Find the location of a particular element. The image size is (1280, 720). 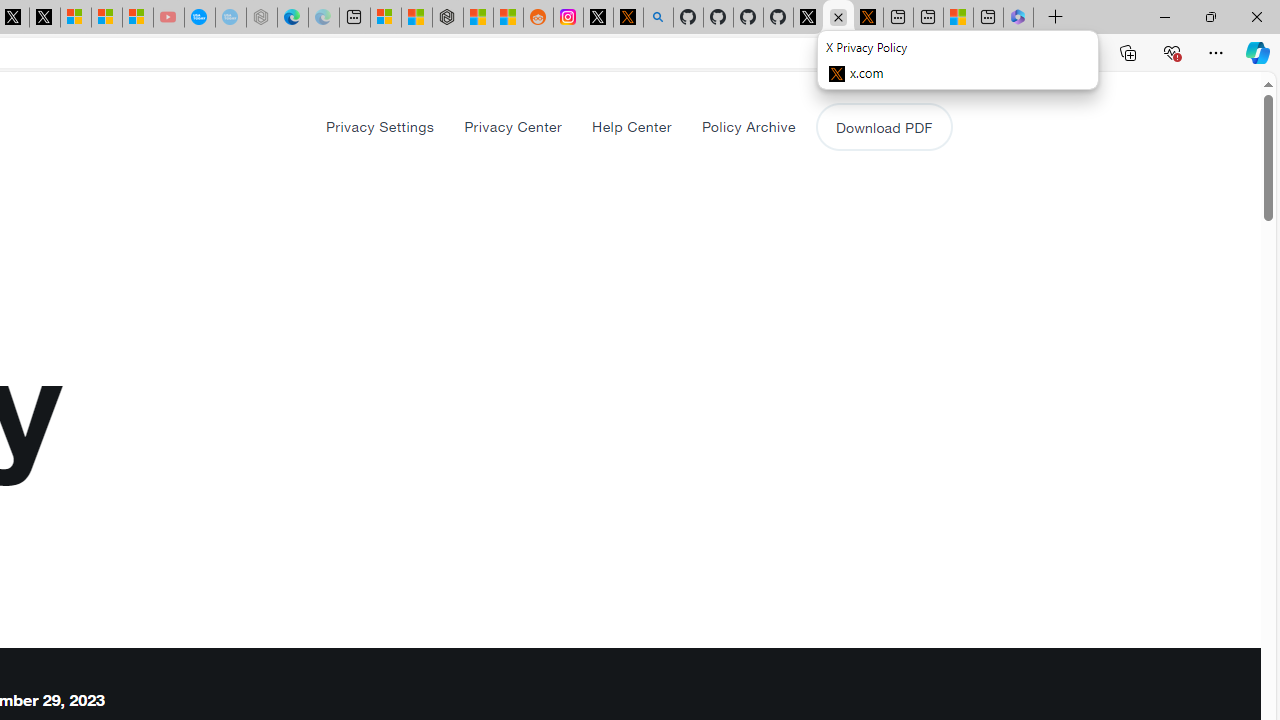

'Profile / X' is located at coordinates (808, 17).